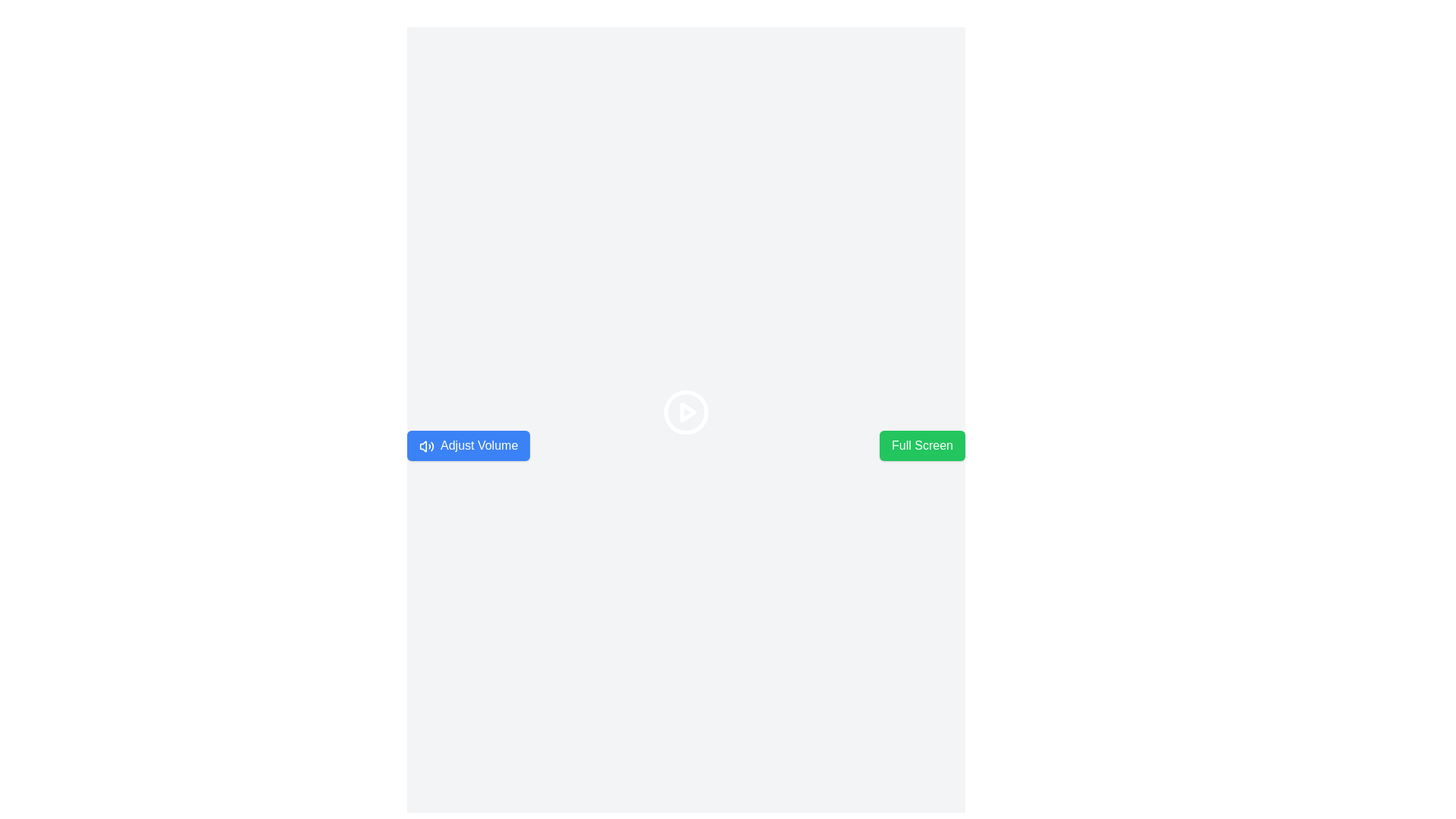  Describe the element at coordinates (686, 412) in the screenshot. I see `the SVG Circle element, which is a prominent circular feature with a radius of 10 units, located centrally within a 24 × 24 SVG play button` at that location.